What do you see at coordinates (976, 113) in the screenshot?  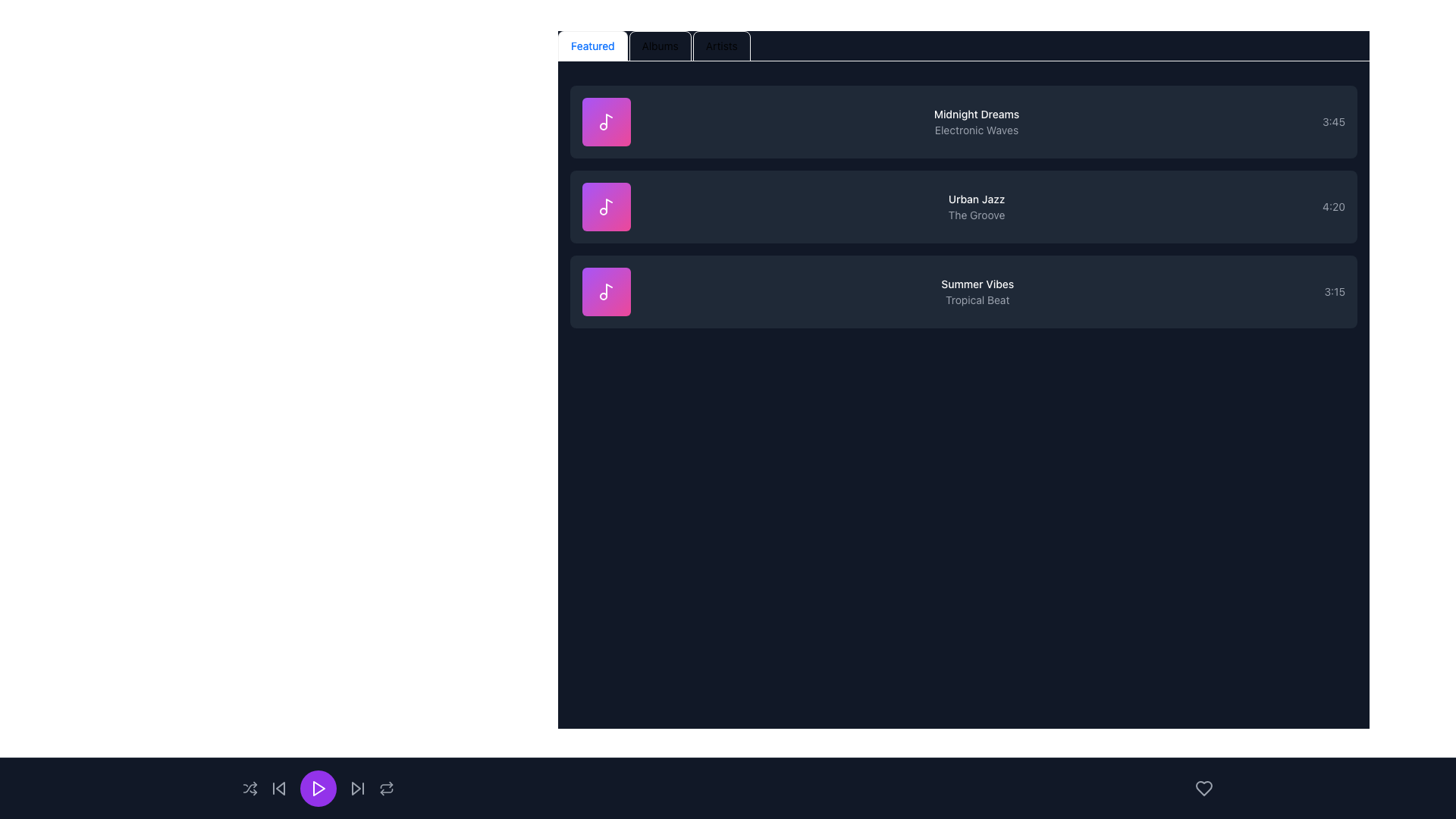 I see `to select the text element labeled 'Midnight Dreams', which is styled in white and positioned prominently above the subtitle 'Electronic Waves'` at bounding box center [976, 113].